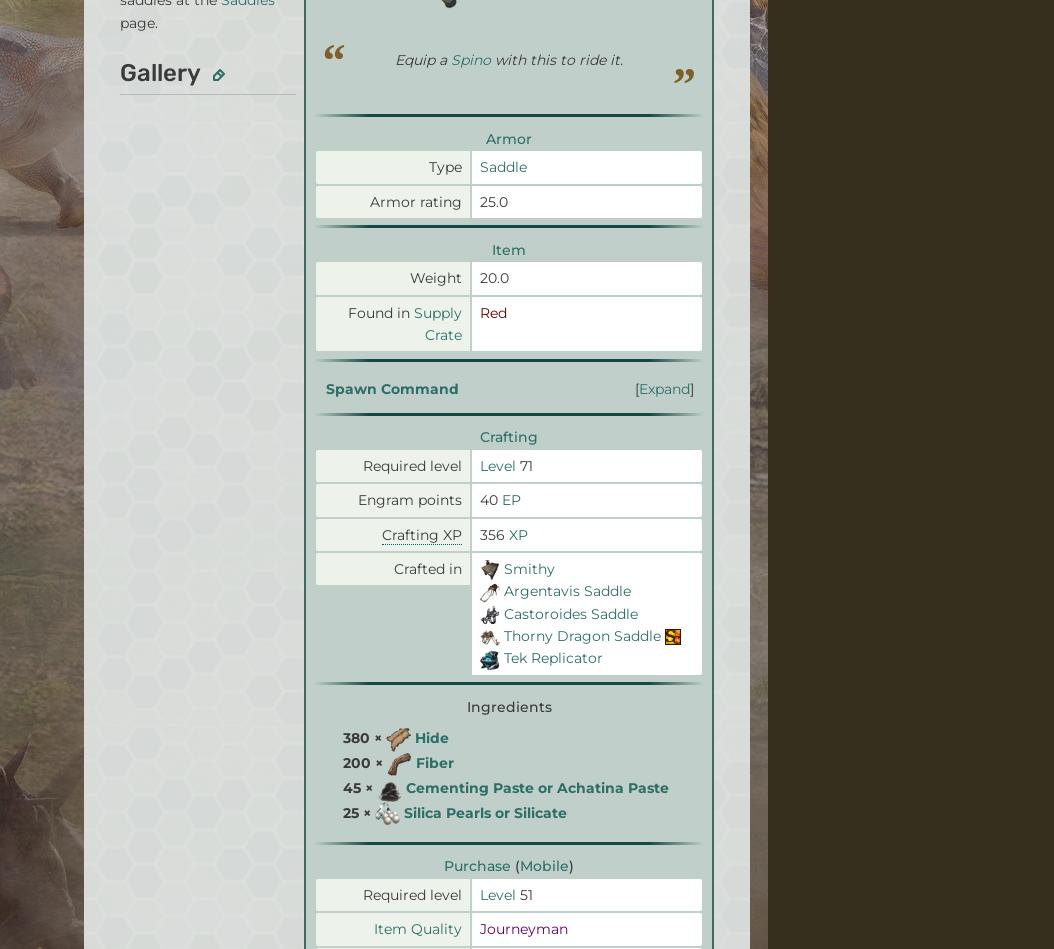 The image size is (1054, 949). What do you see at coordinates (476, 326) in the screenshot?
I see `'Privacy Policy'` at bounding box center [476, 326].